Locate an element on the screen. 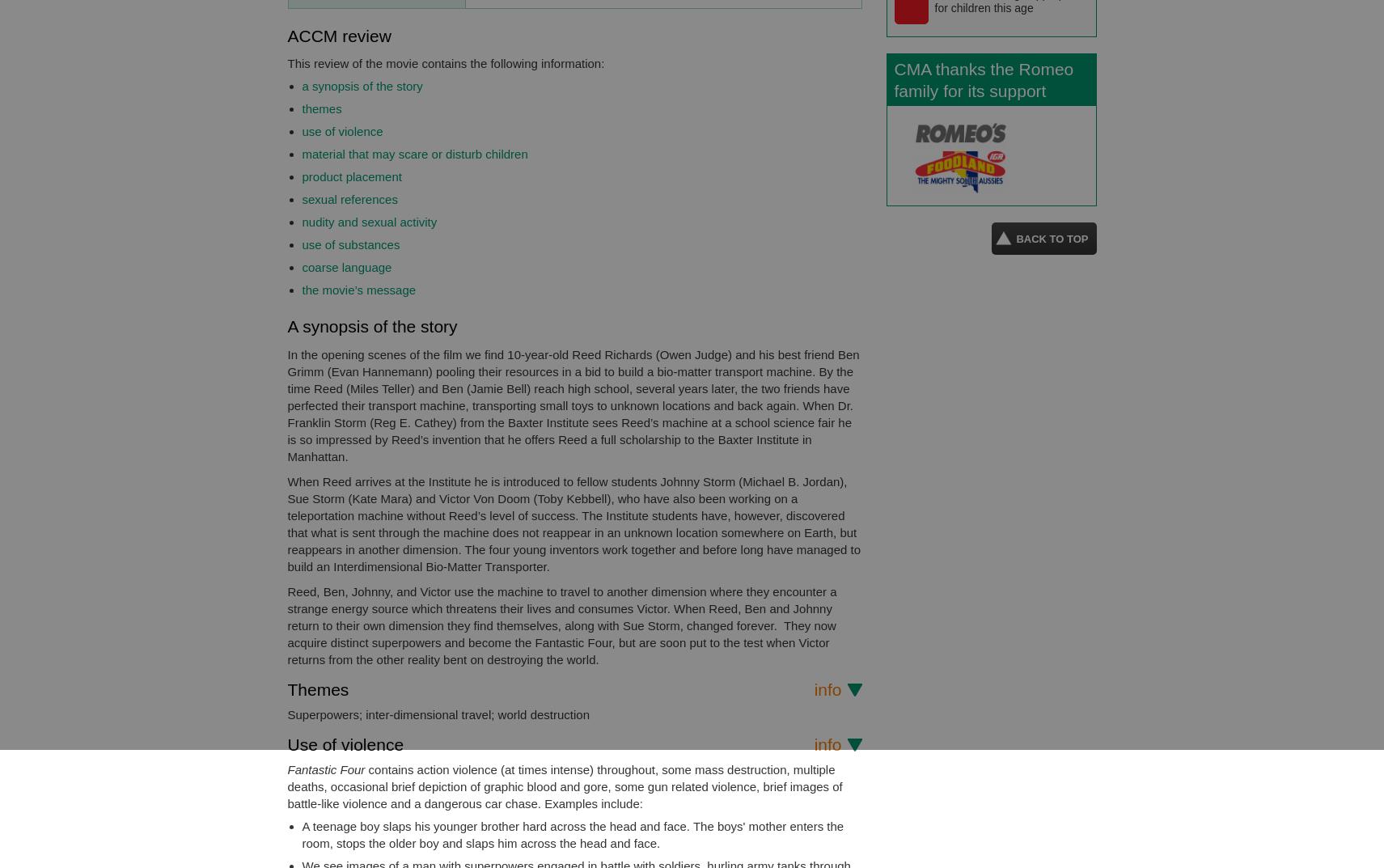 Image resolution: width=1384 pixels, height=868 pixels. 'use of substances' is located at coordinates (350, 244).